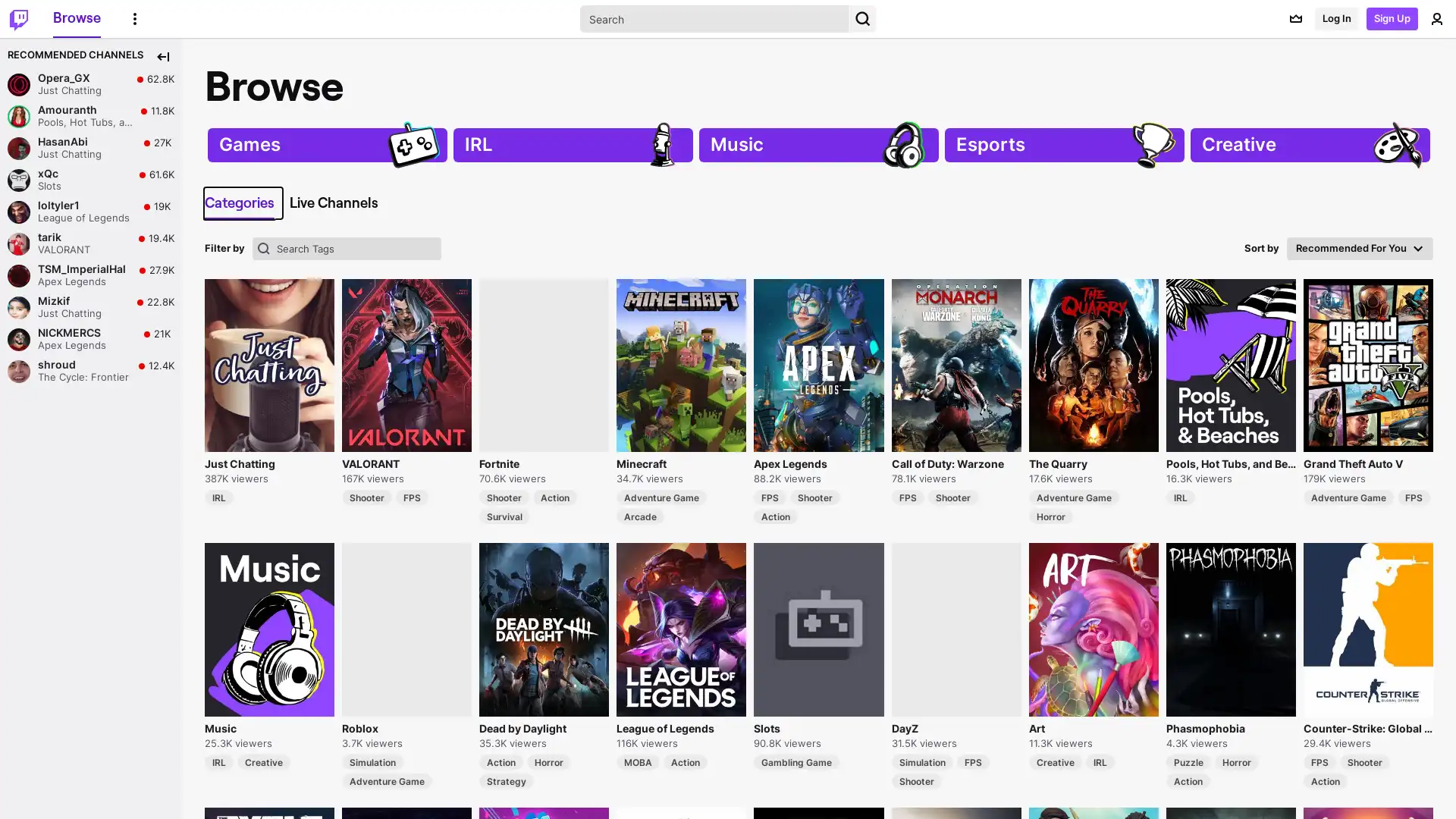 The width and height of the screenshot is (1456, 819). I want to click on FPS, so click(972, 762).